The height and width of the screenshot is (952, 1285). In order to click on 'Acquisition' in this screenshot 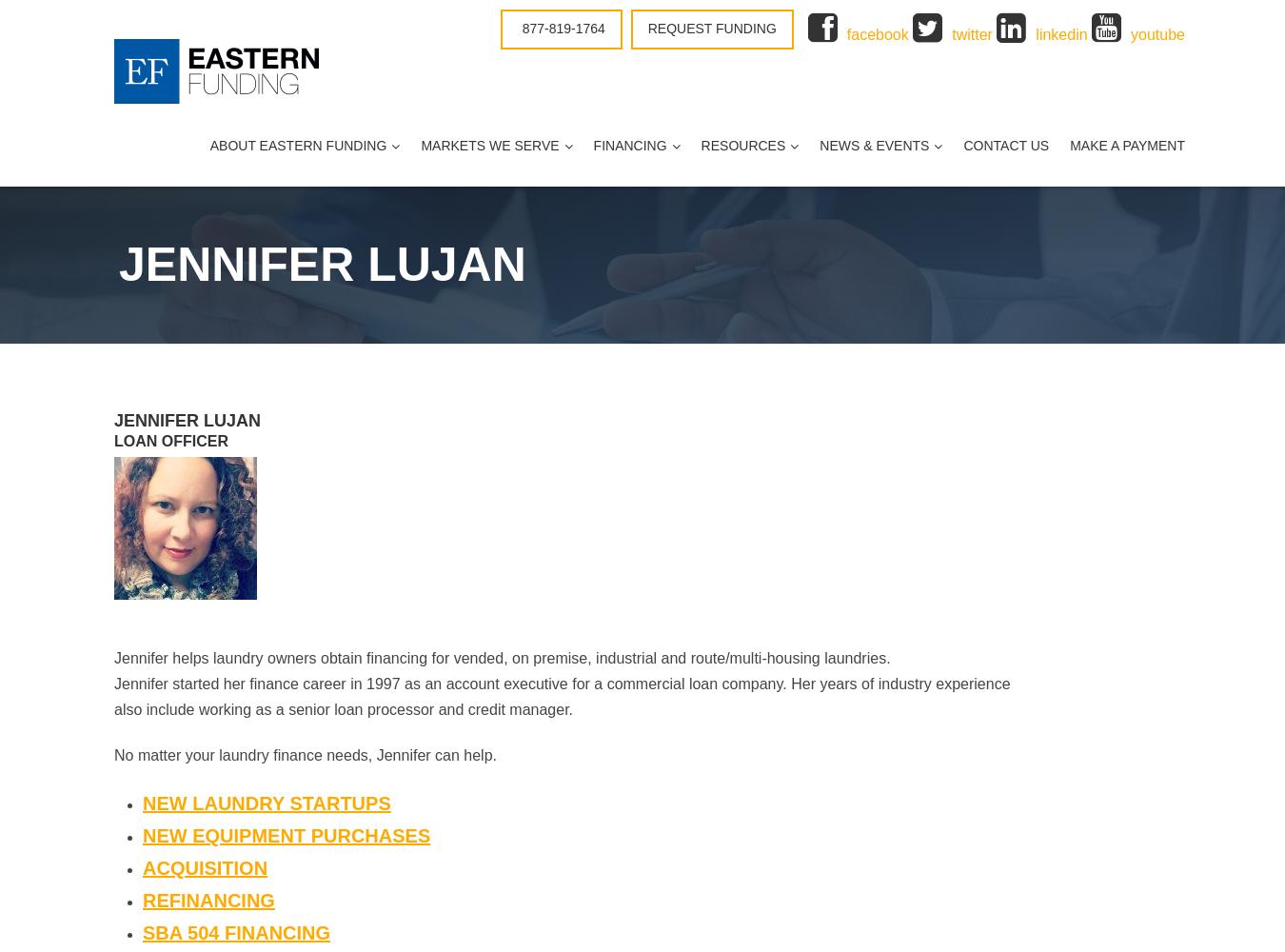, I will do `click(142, 867)`.